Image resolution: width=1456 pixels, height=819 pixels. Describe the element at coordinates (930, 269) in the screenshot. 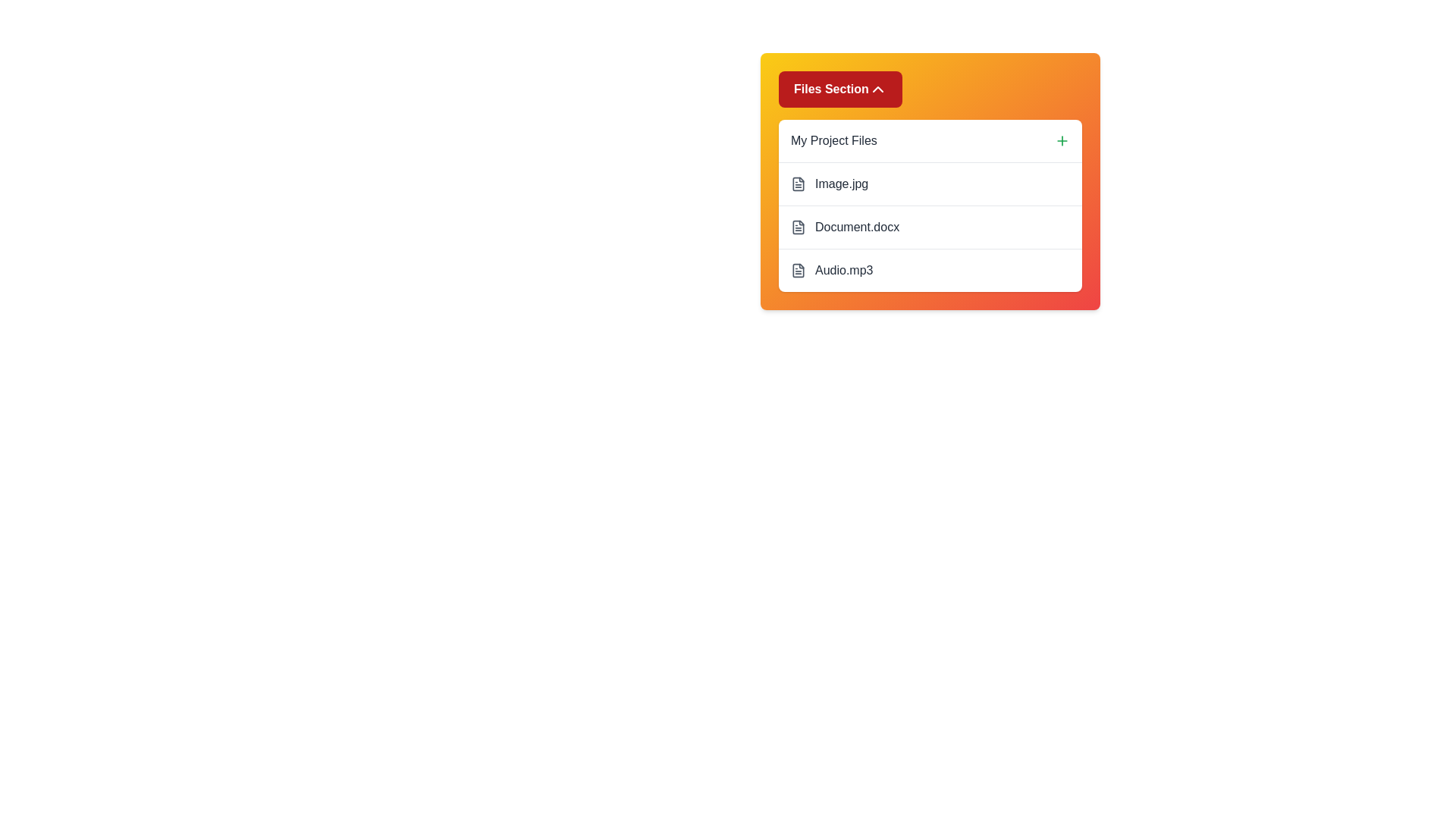

I see `the file named Audio.mp3 to select it` at that location.